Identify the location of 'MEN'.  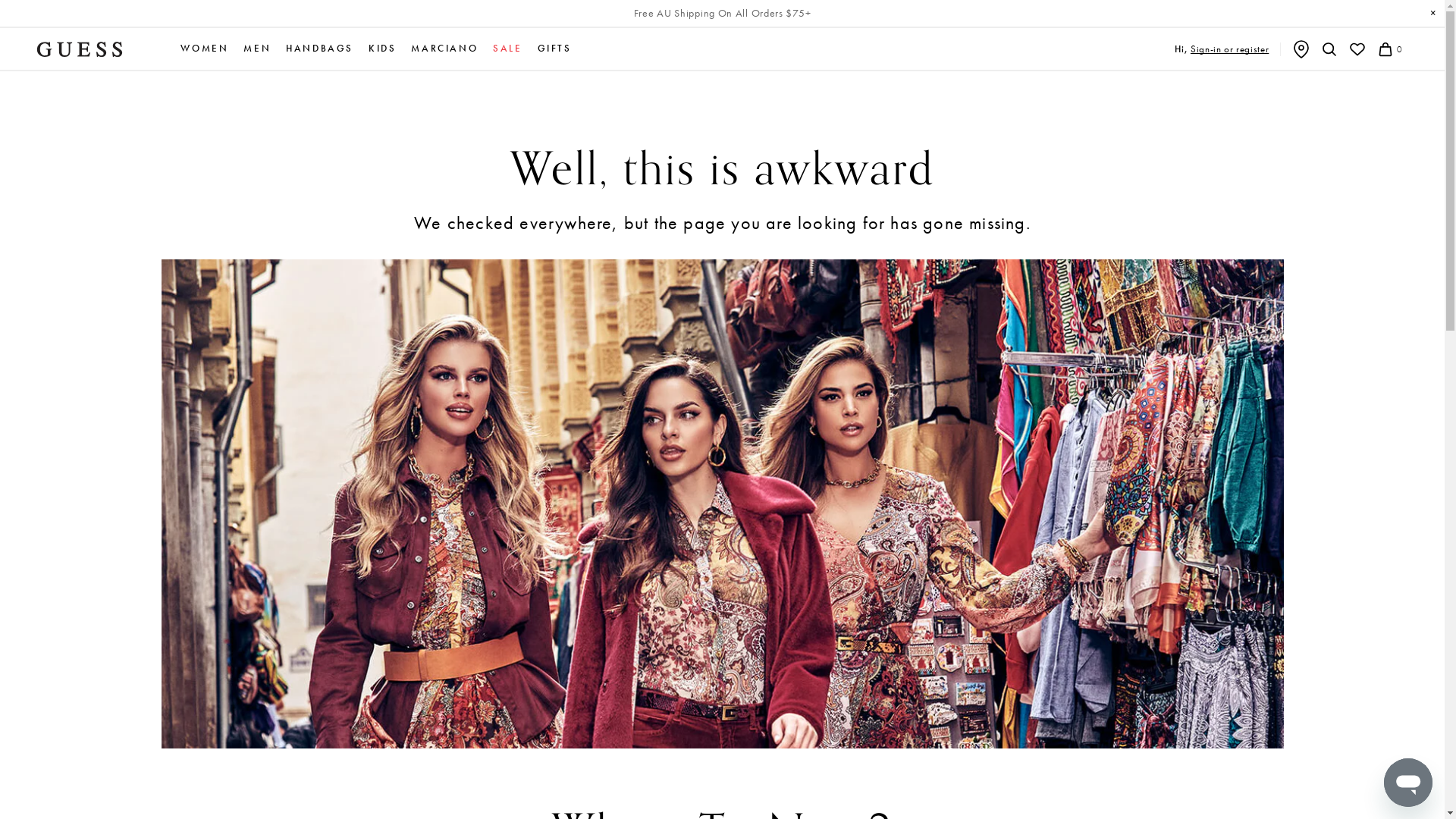
(257, 48).